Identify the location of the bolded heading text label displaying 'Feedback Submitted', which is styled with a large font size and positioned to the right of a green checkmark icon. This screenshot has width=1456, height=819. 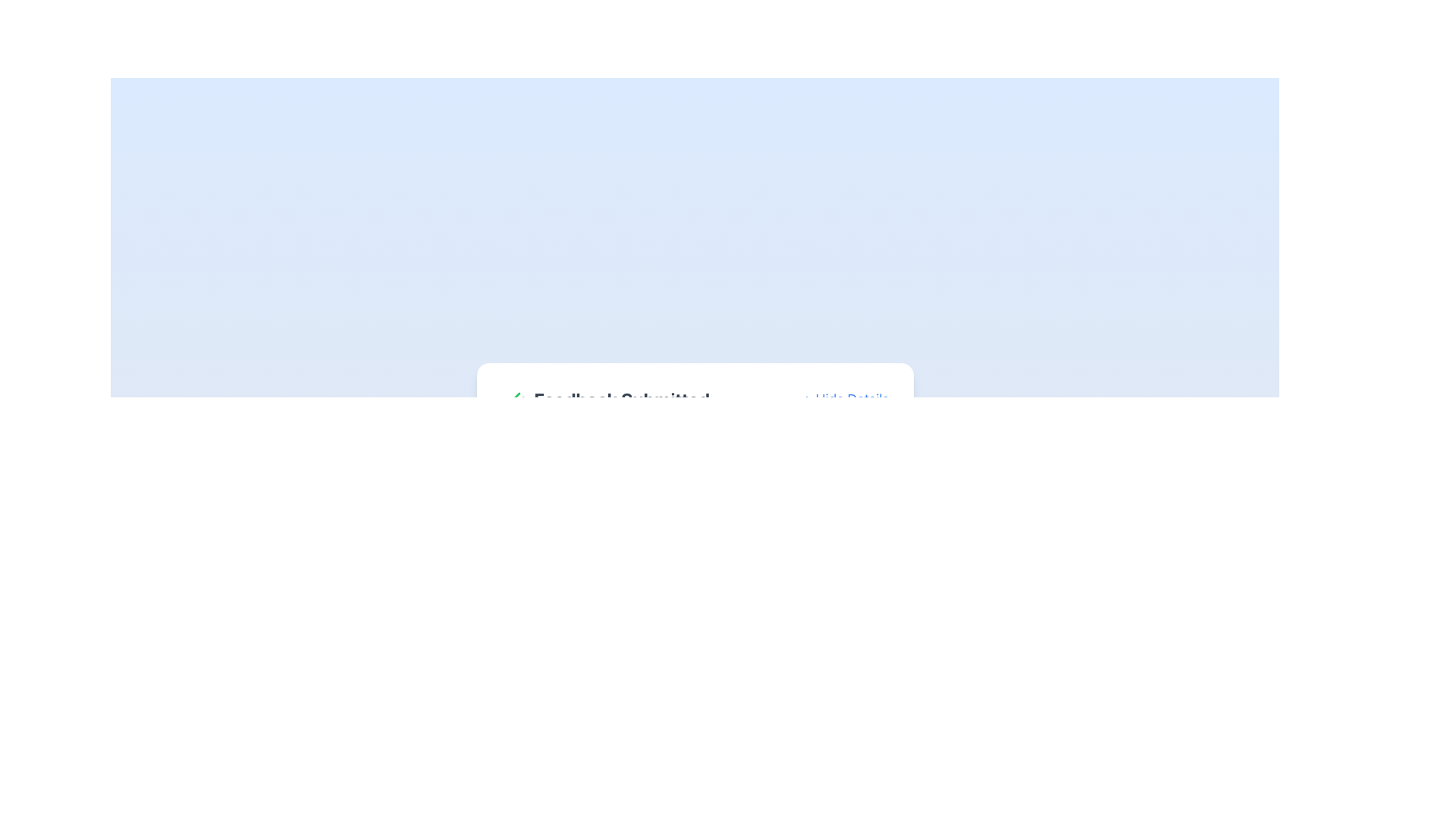
(622, 398).